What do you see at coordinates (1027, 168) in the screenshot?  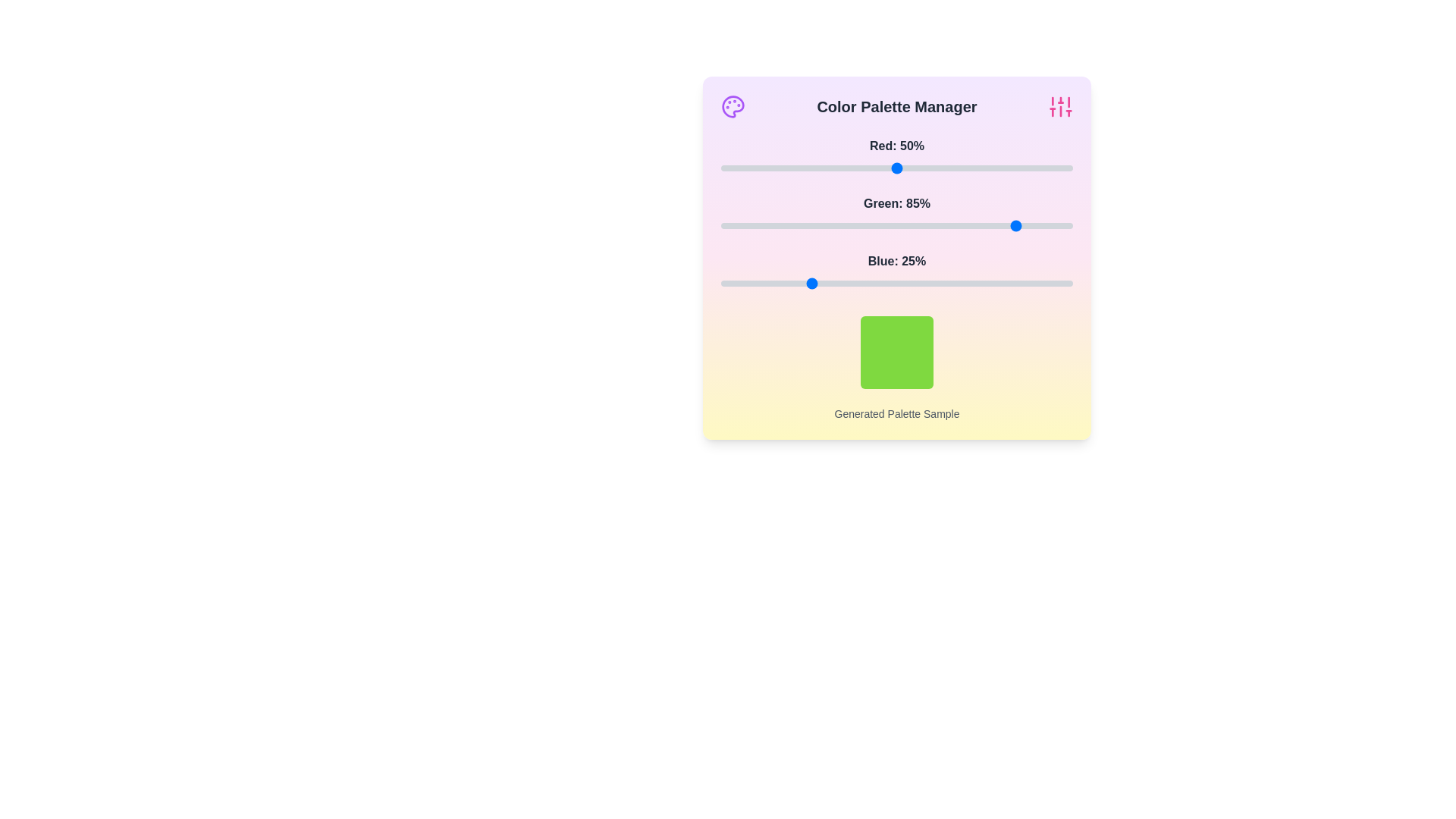 I see `the 0 slider to 87% to observe the updated color sample box` at bounding box center [1027, 168].